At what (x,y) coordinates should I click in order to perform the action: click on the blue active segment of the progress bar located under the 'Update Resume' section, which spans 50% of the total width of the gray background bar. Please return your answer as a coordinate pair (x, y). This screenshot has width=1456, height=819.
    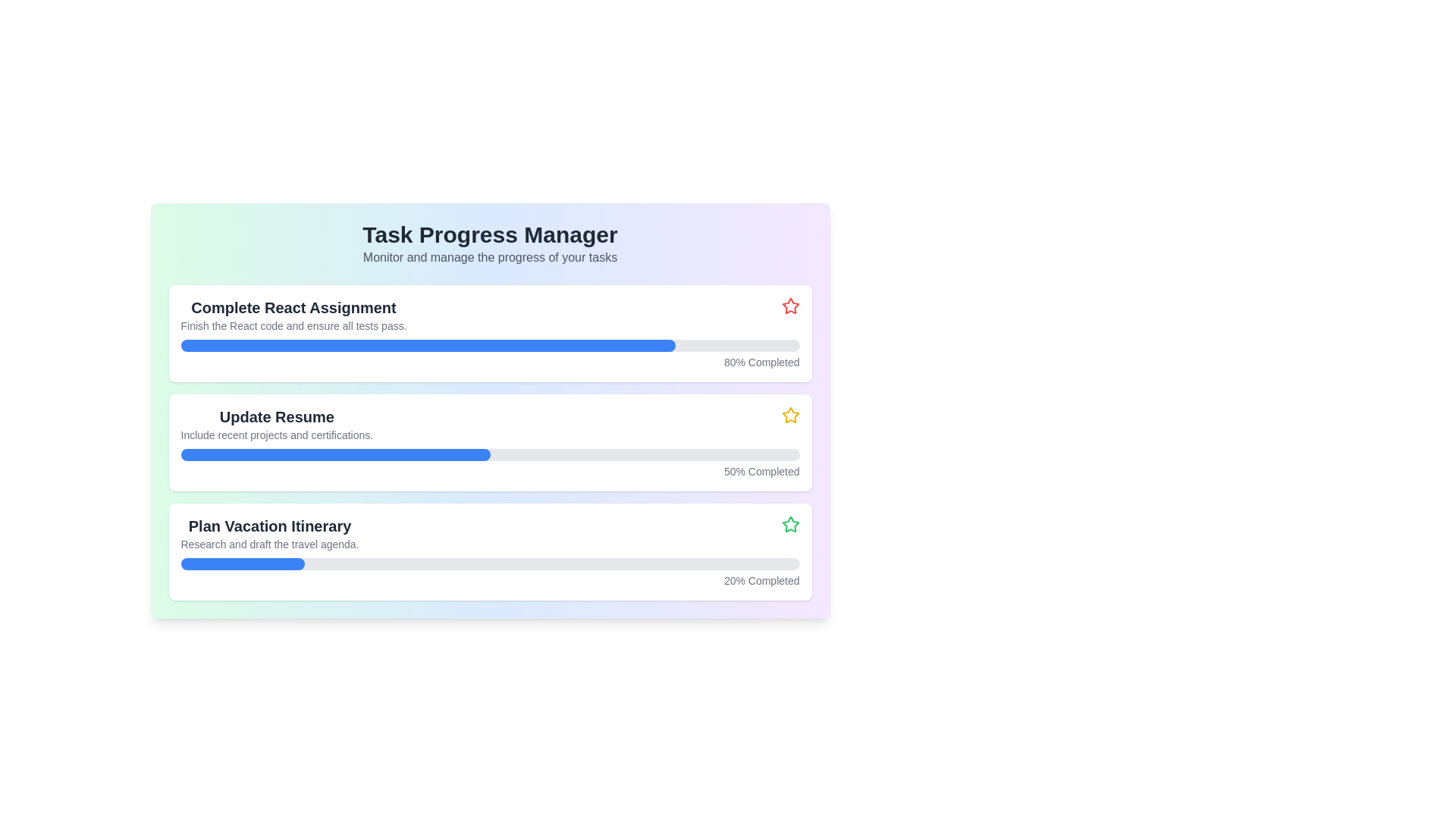
    Looking at the image, I should click on (334, 454).